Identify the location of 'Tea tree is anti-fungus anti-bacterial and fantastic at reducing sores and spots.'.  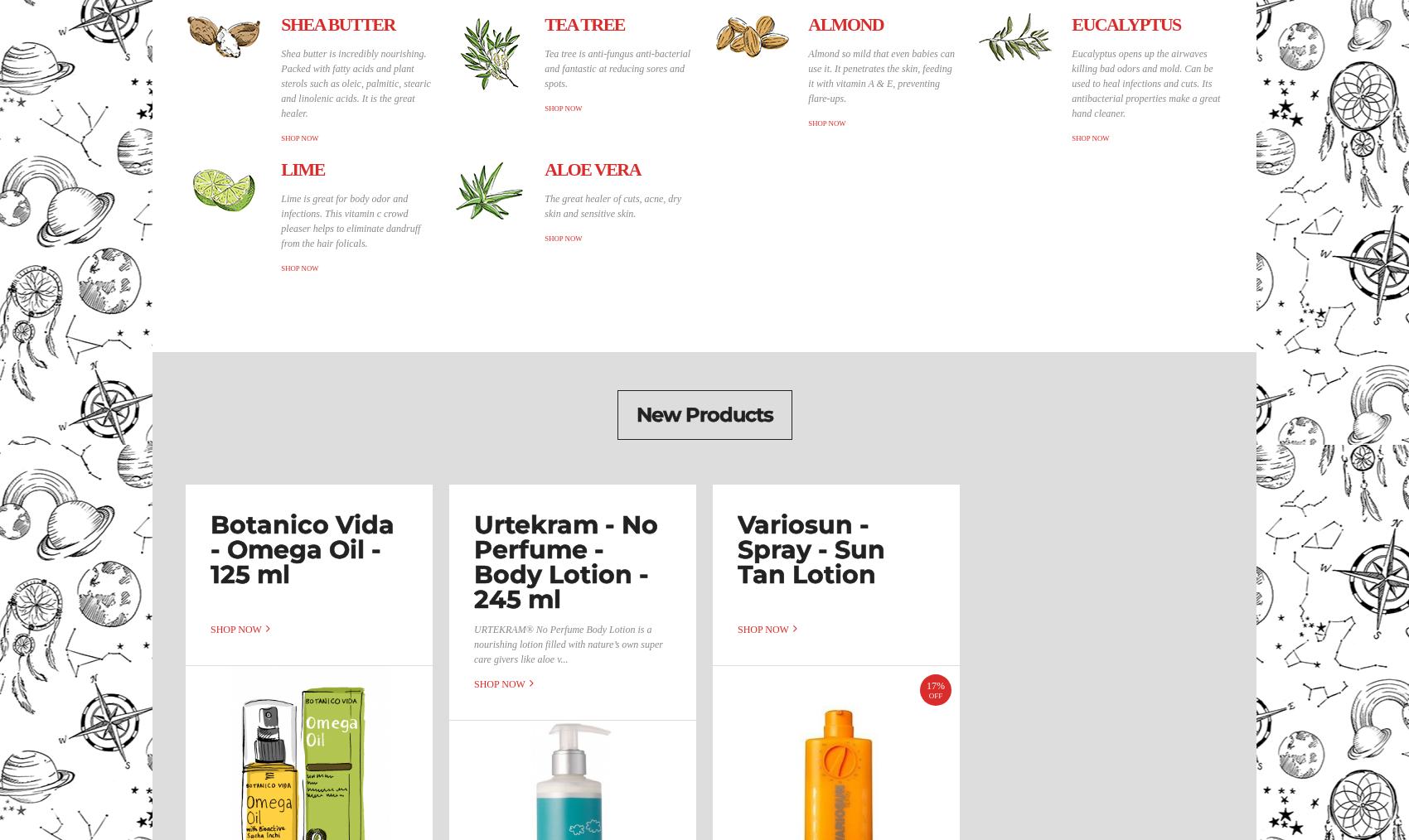
(617, 67).